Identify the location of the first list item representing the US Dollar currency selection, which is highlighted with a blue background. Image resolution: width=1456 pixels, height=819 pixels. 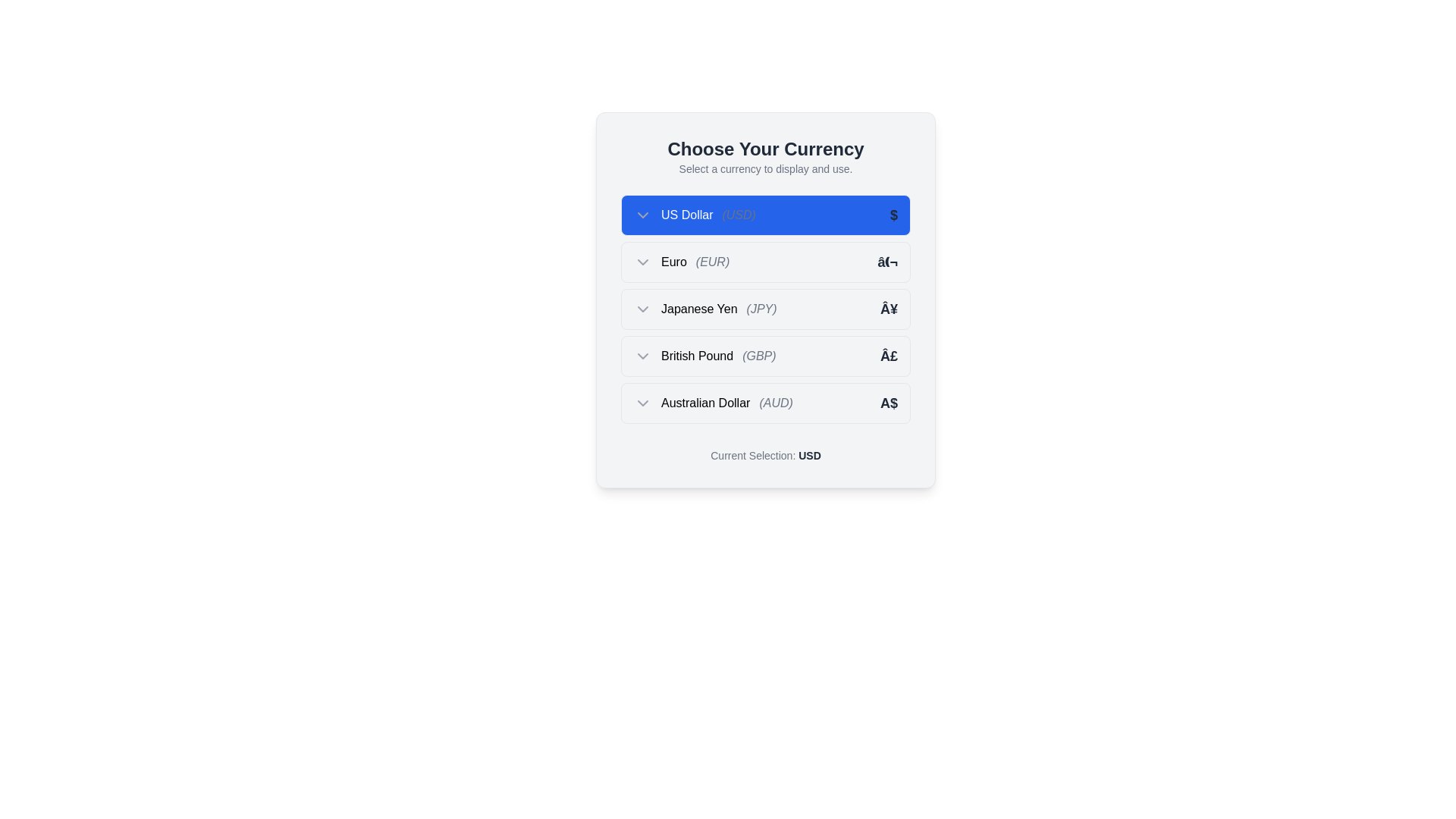
(765, 215).